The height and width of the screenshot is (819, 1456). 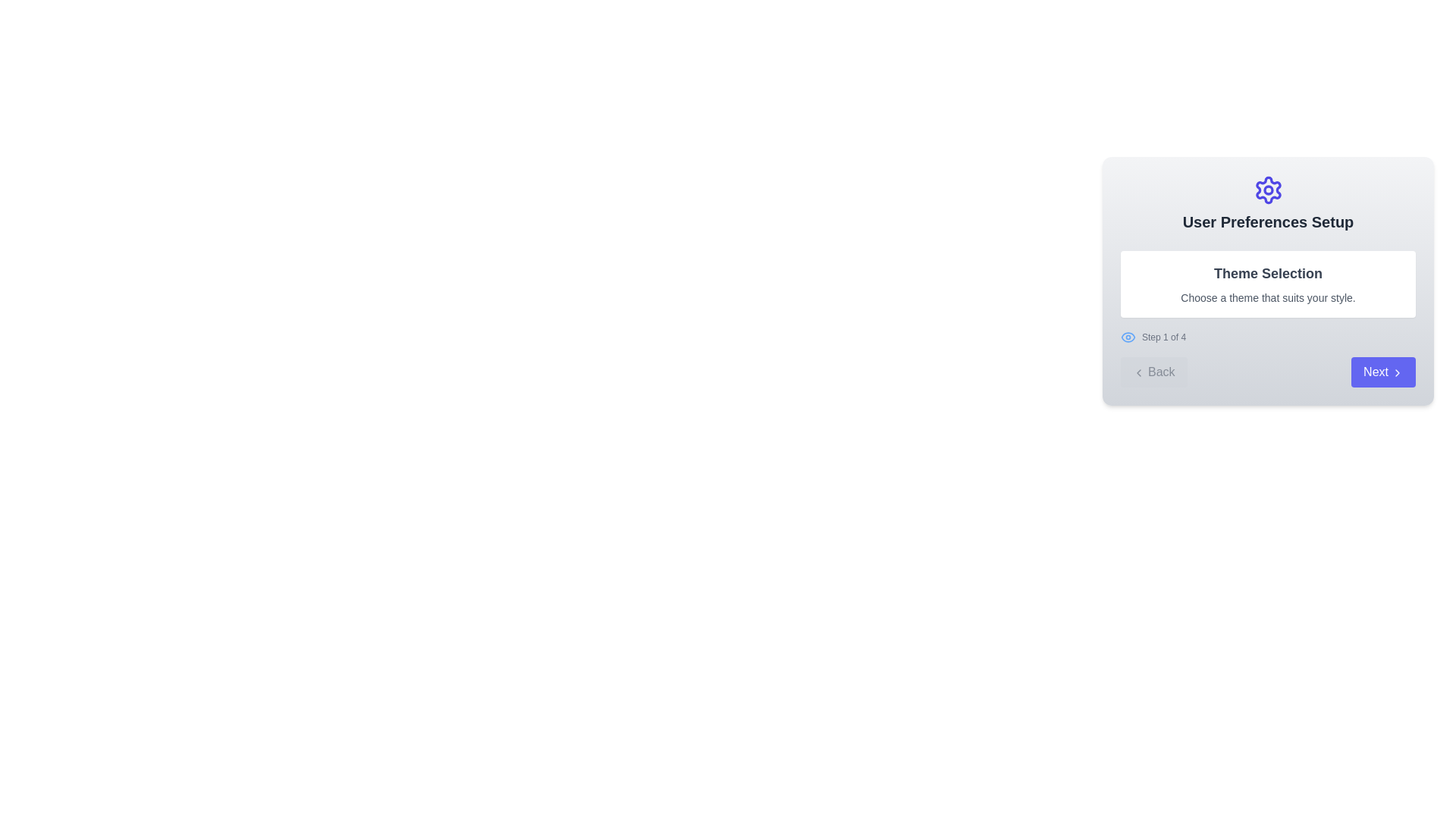 I want to click on the header text 'User Preferences Setup', which is prominently displayed in bold and dark gray color at the top center of the modal interface, so click(x=1268, y=222).